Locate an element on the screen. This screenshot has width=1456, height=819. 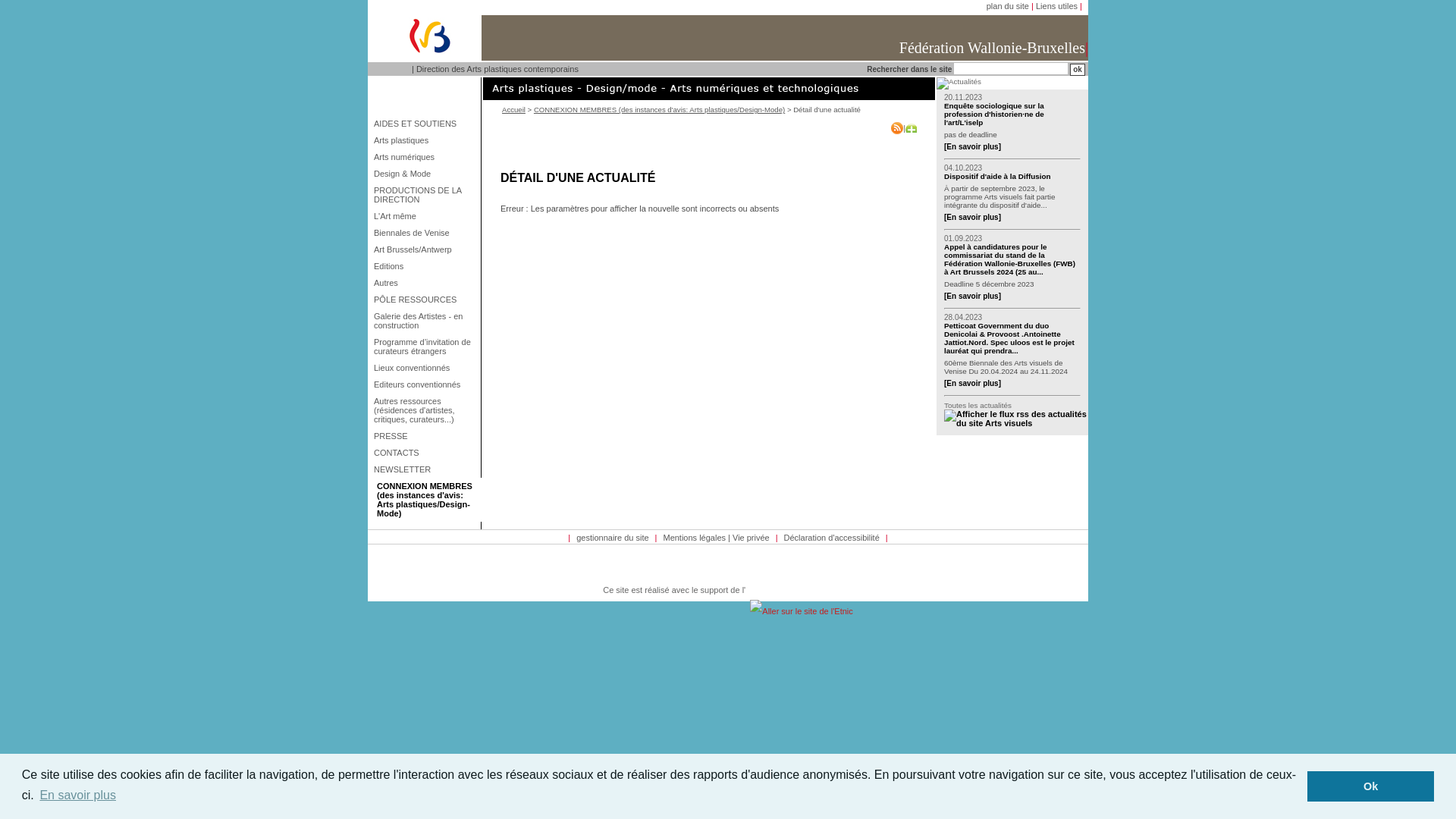
'Ok' is located at coordinates (1370, 786).